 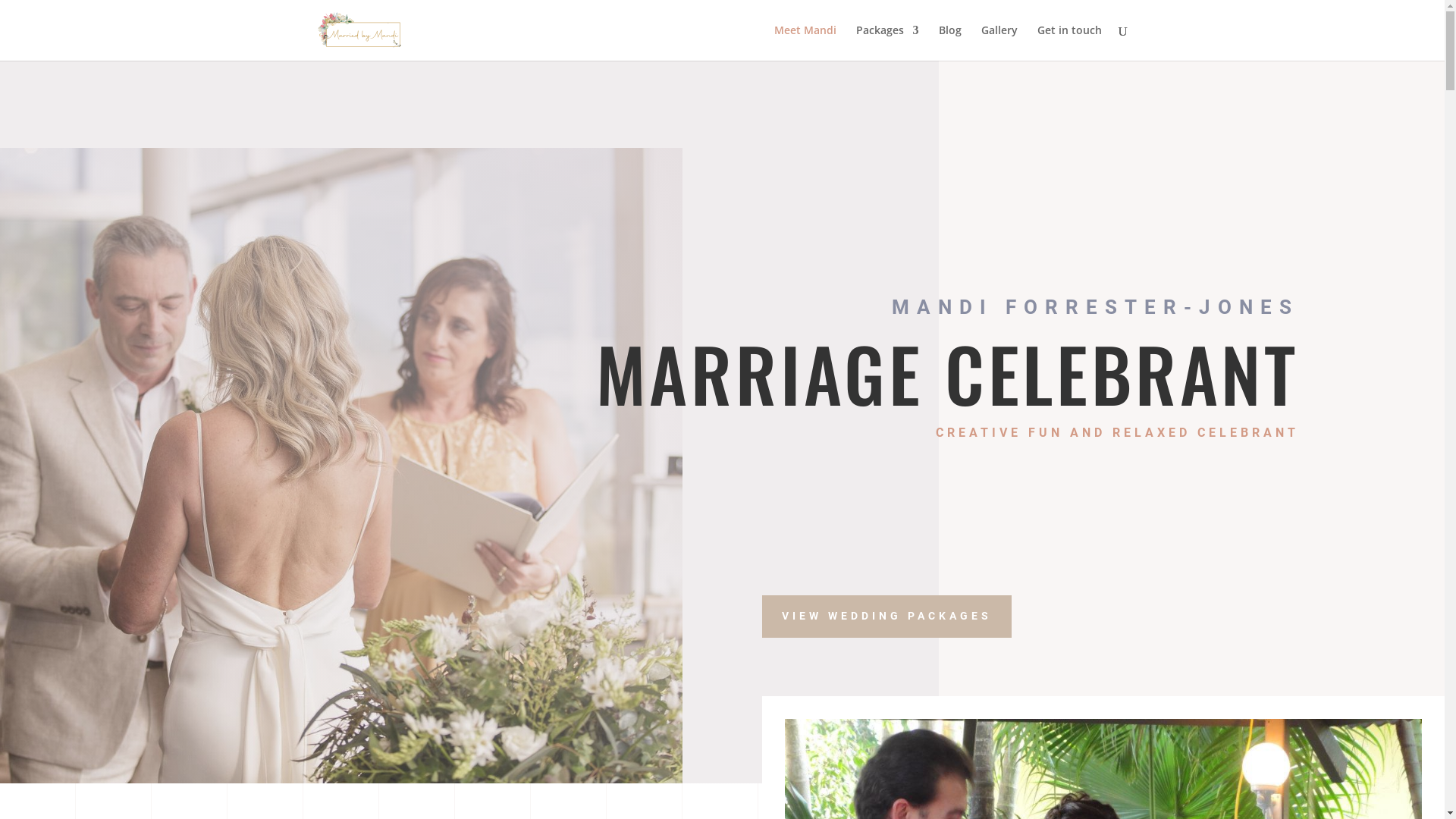 What do you see at coordinates (886, 617) in the screenshot?
I see `'VIEW WEDDING PACKAGES'` at bounding box center [886, 617].